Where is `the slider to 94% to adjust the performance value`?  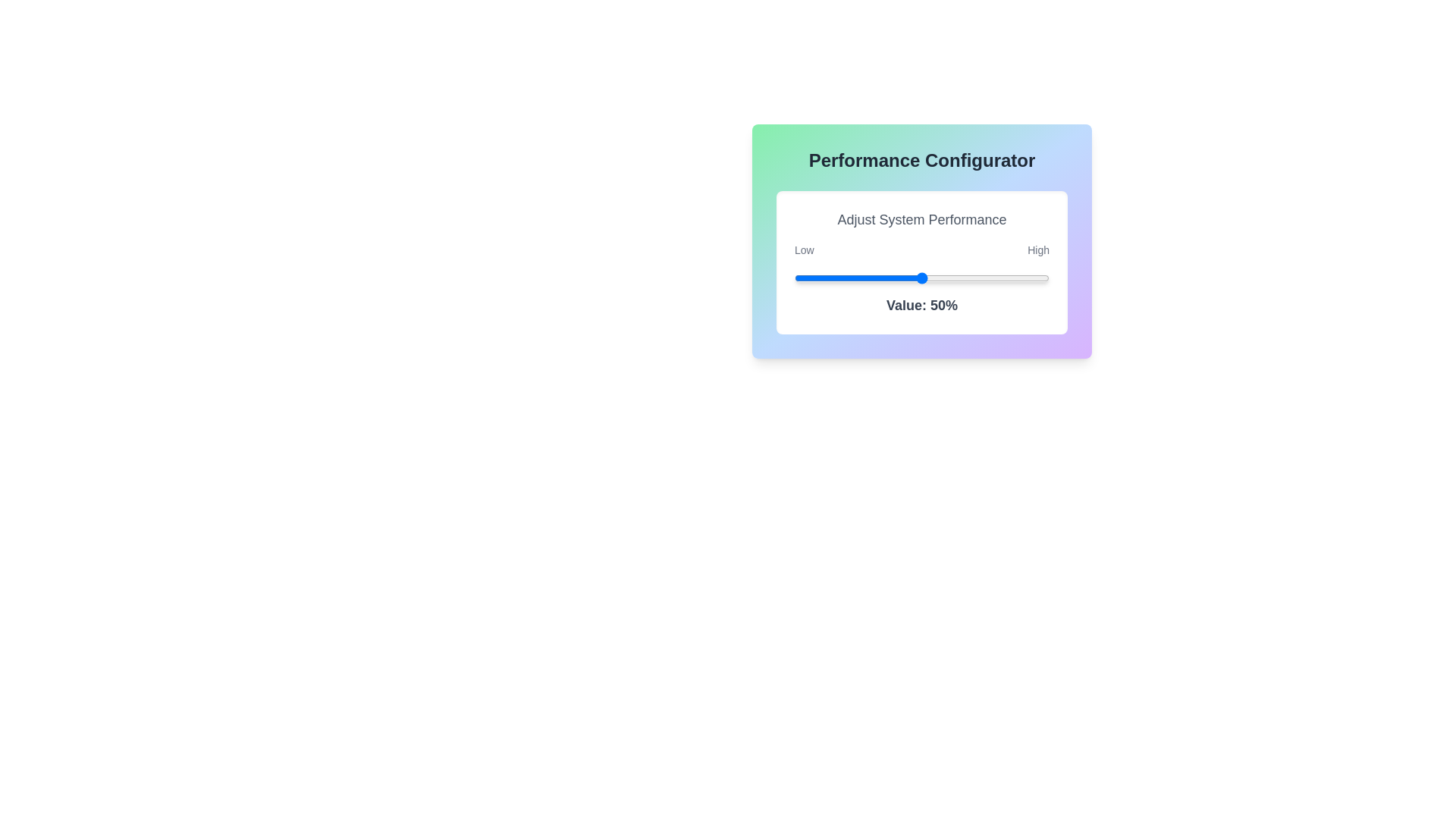
the slider to 94% to adjust the performance value is located at coordinates (1033, 278).